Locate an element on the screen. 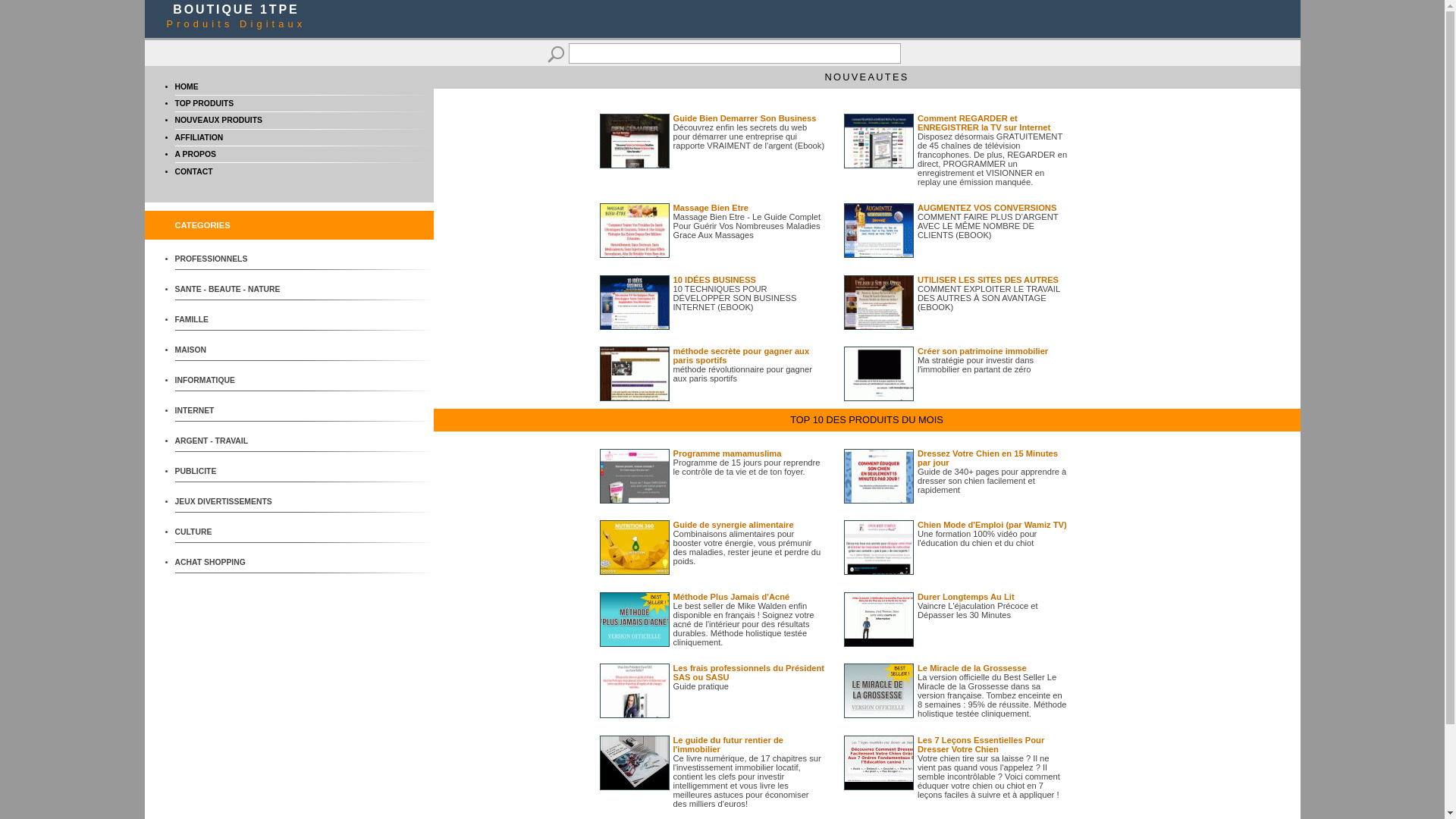  'Chien Mode d'Emploi (par Wamiz TV)' is located at coordinates (916, 523).